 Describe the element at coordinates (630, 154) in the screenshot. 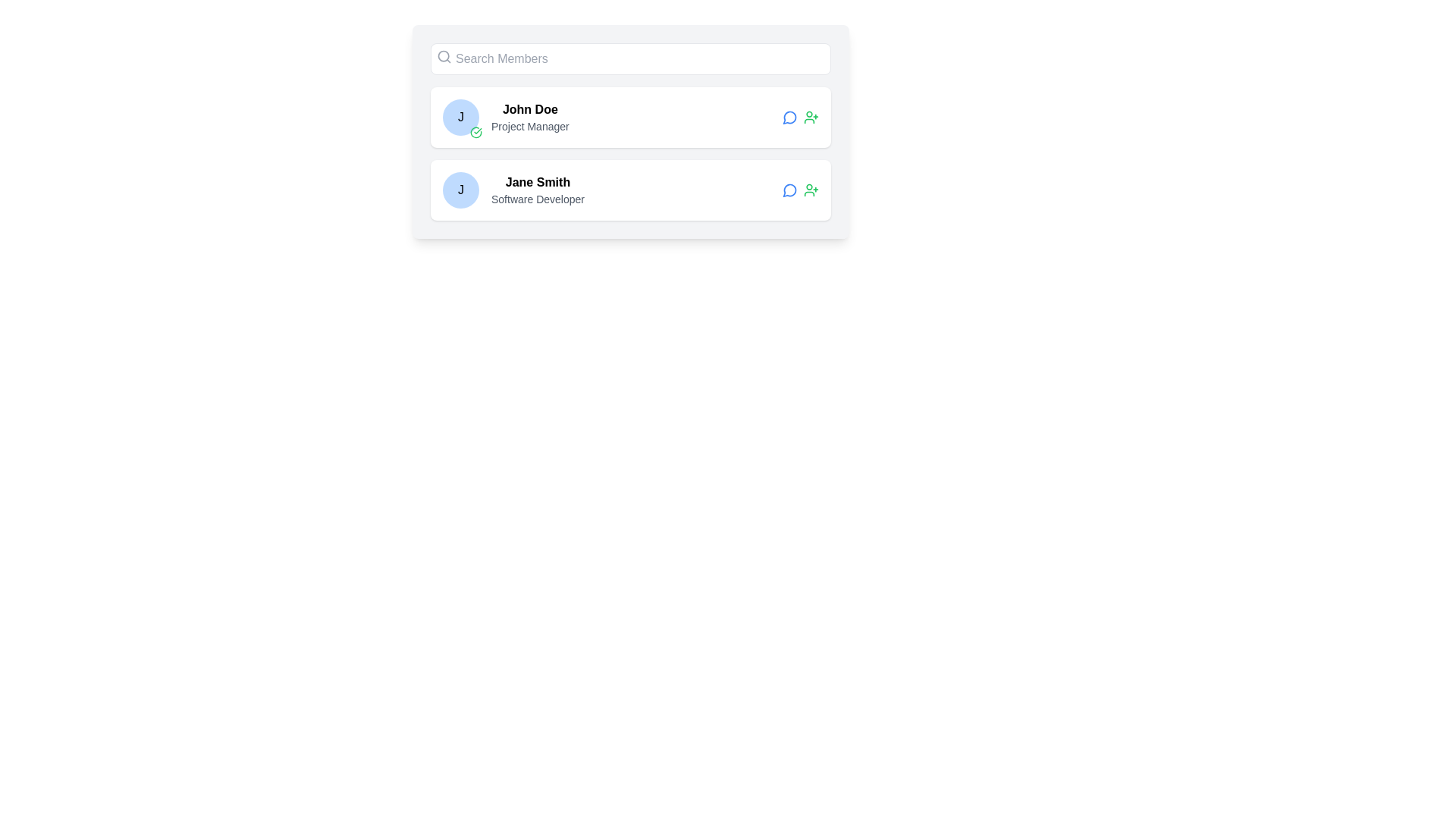

I see `the List component containing interactive user cards that displays 'John Doe' and 'Jane Smith'` at that location.